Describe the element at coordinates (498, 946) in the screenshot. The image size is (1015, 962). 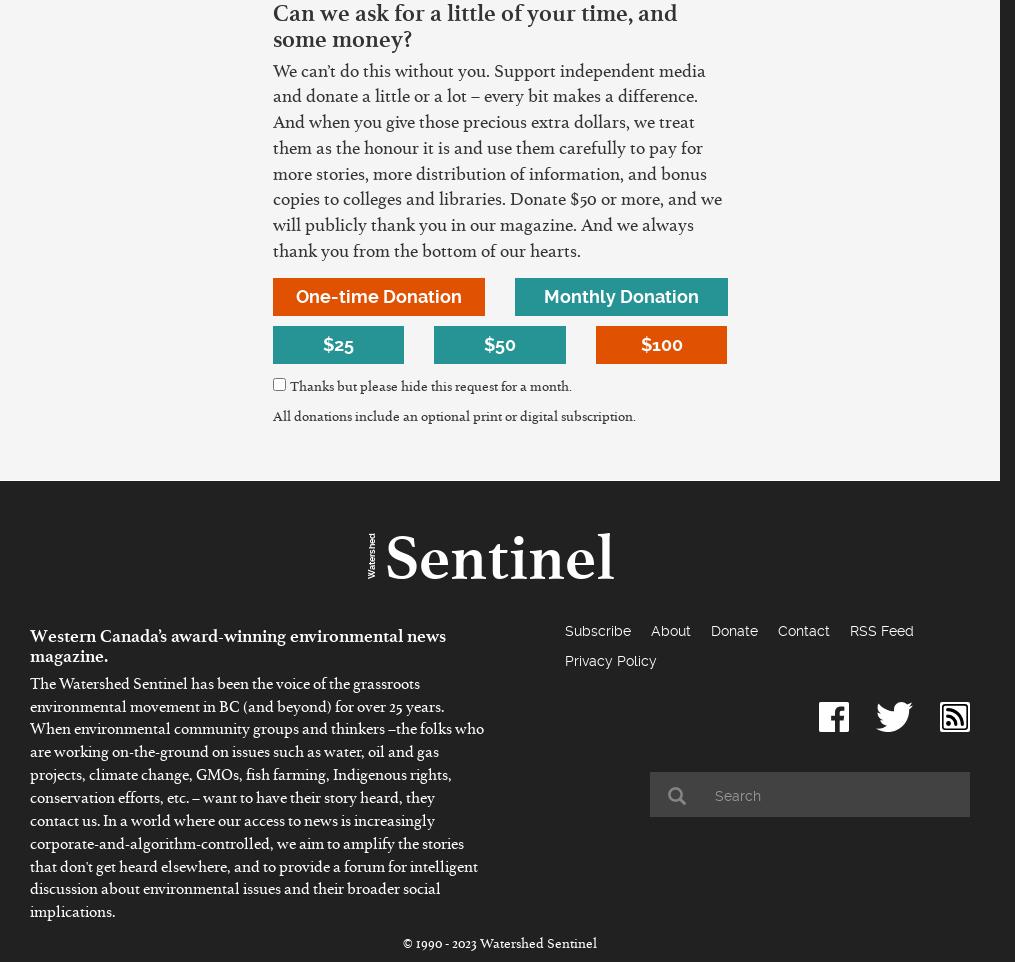
I see `'© 1990 - 2023 Watershed Sentinel'` at that location.